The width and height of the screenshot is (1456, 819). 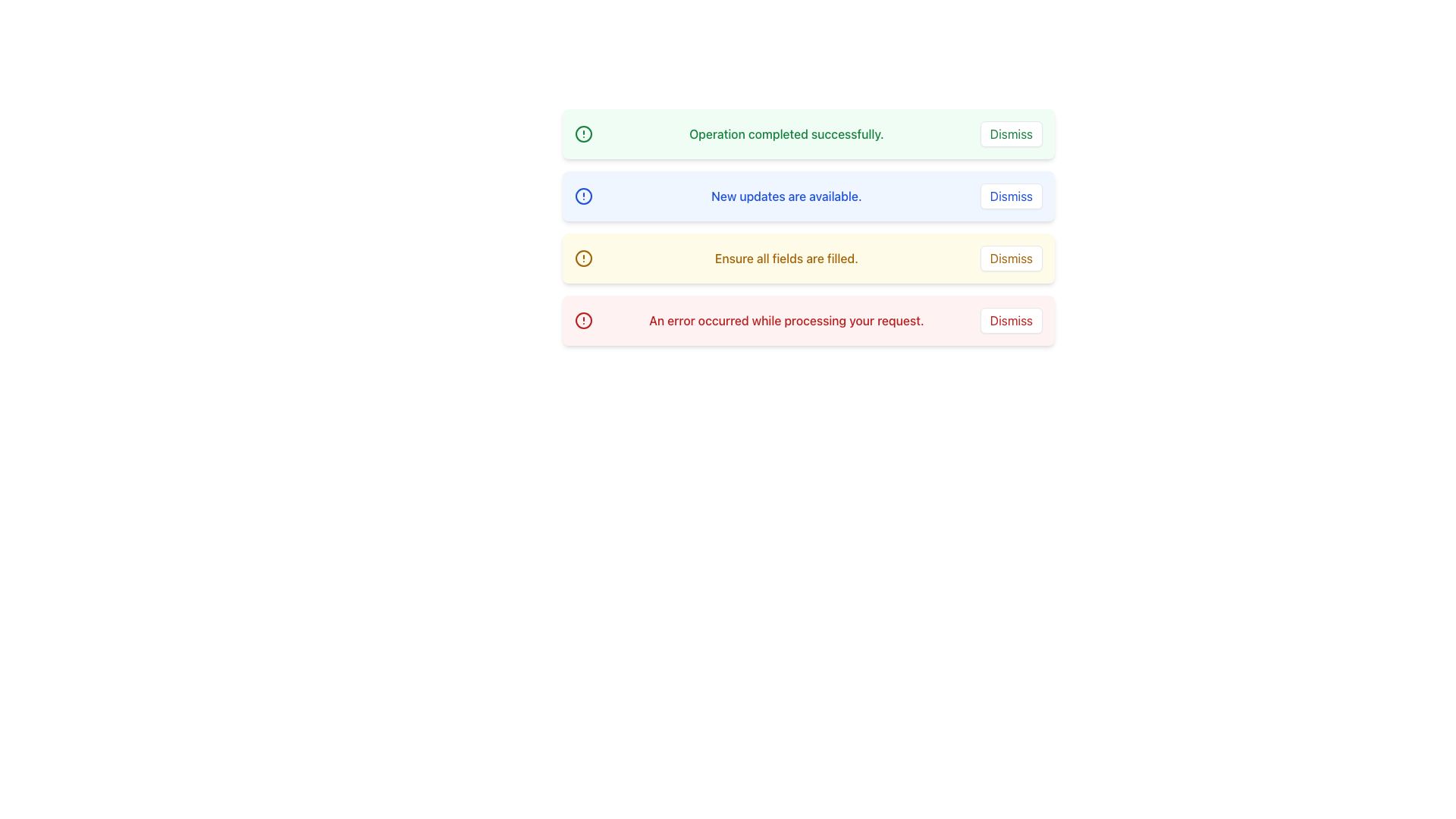 What do you see at coordinates (582, 257) in the screenshot?
I see `circular SVG element that is part of the alert icon on the left side of the yellow notification bar stating 'Ensure all fields are filled.'` at bounding box center [582, 257].